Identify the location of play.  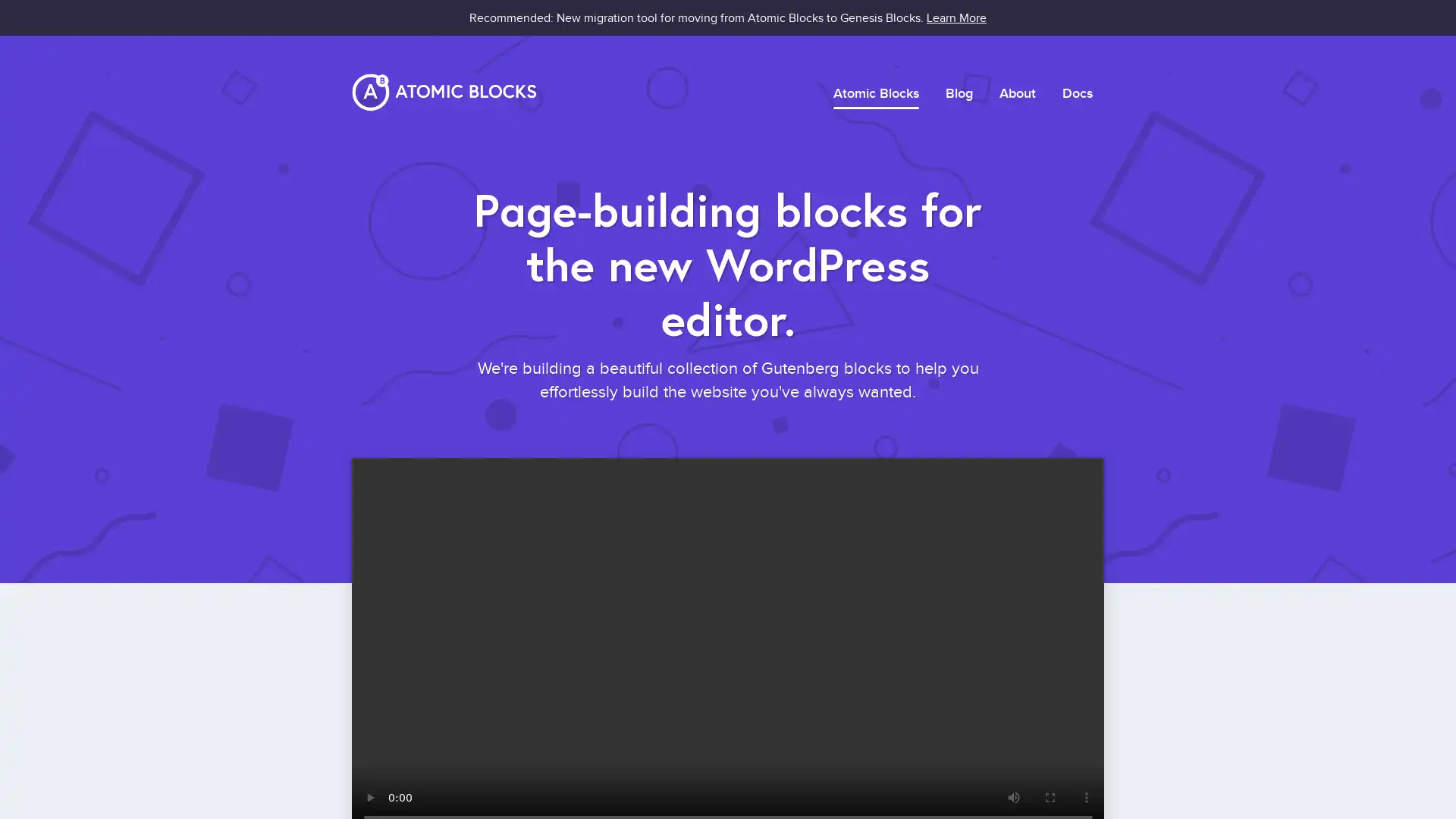
(369, 797).